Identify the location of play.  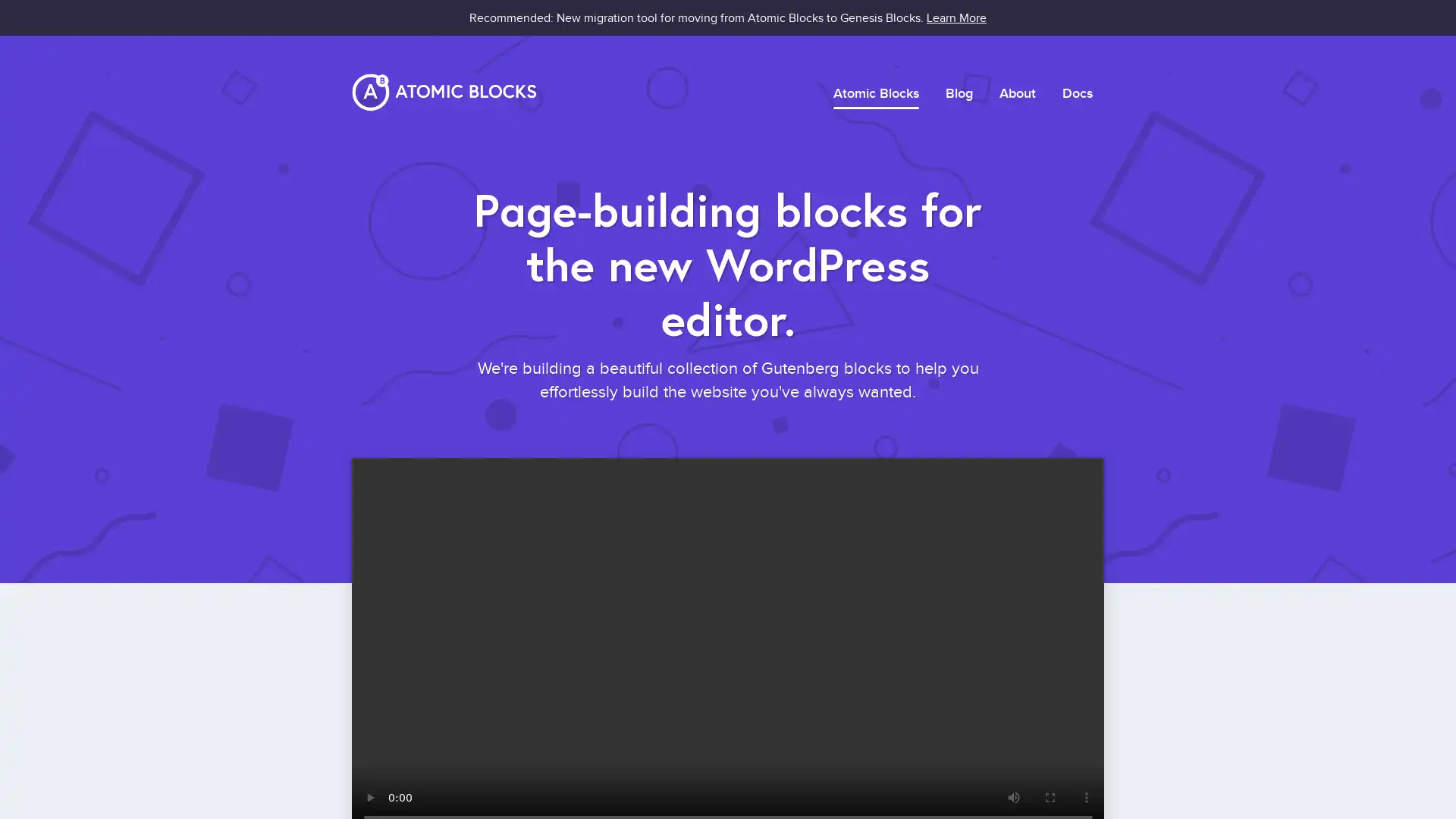
(369, 797).